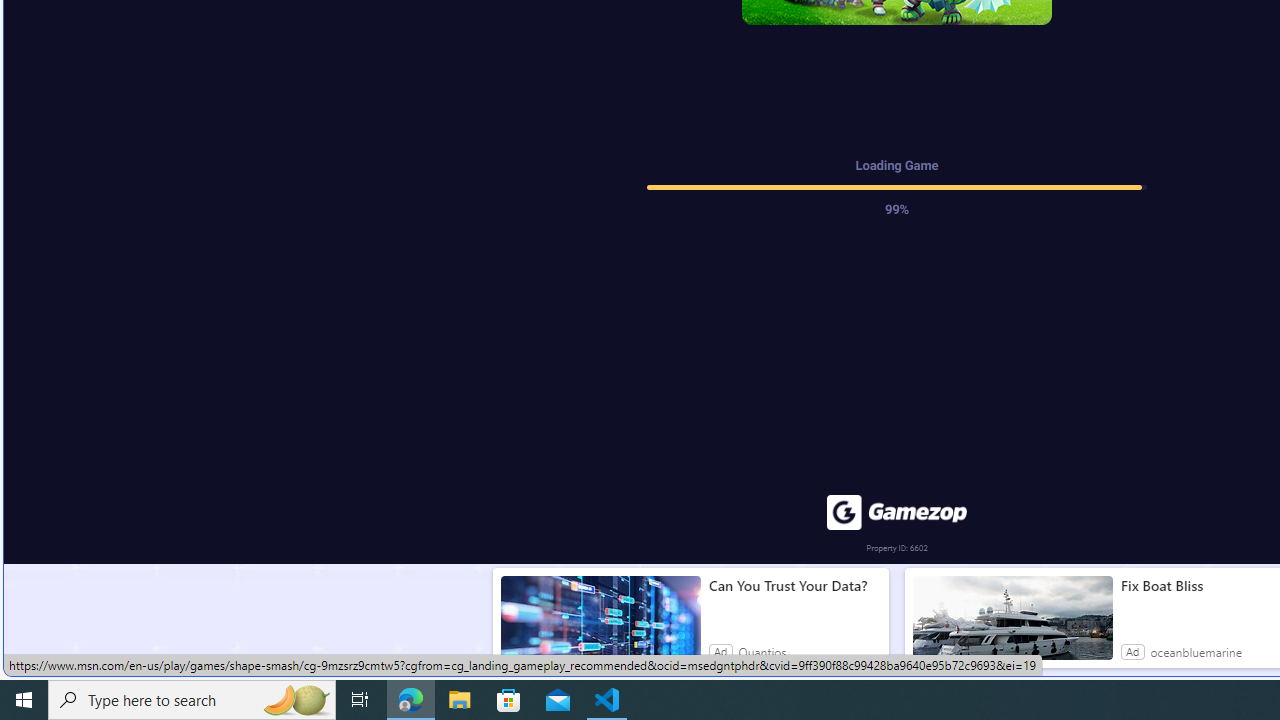 The height and width of the screenshot is (720, 1280). Describe the element at coordinates (761, 651) in the screenshot. I see `'Quantios'` at that location.